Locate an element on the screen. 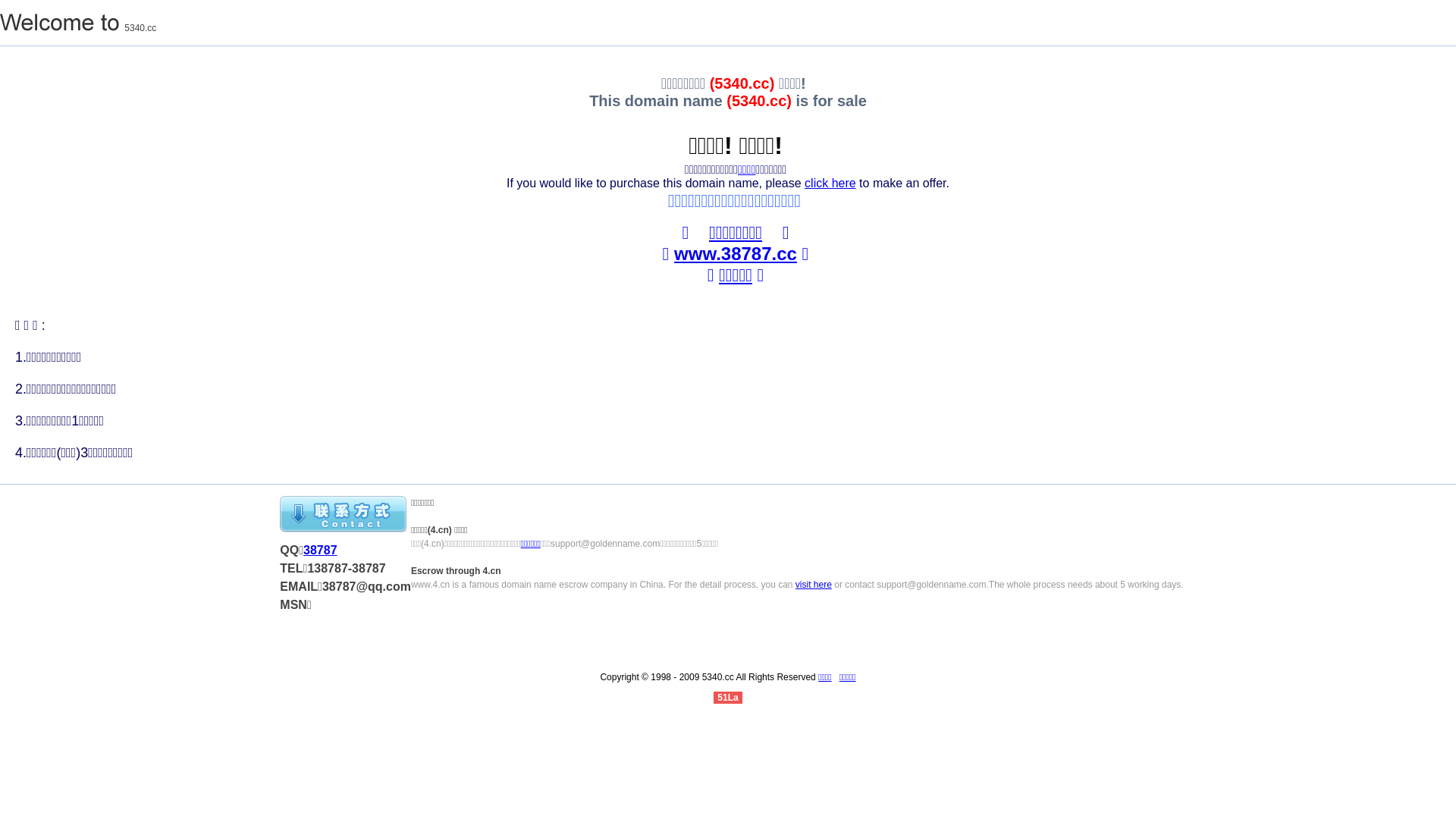  'www.38787.cc' is located at coordinates (735, 253).